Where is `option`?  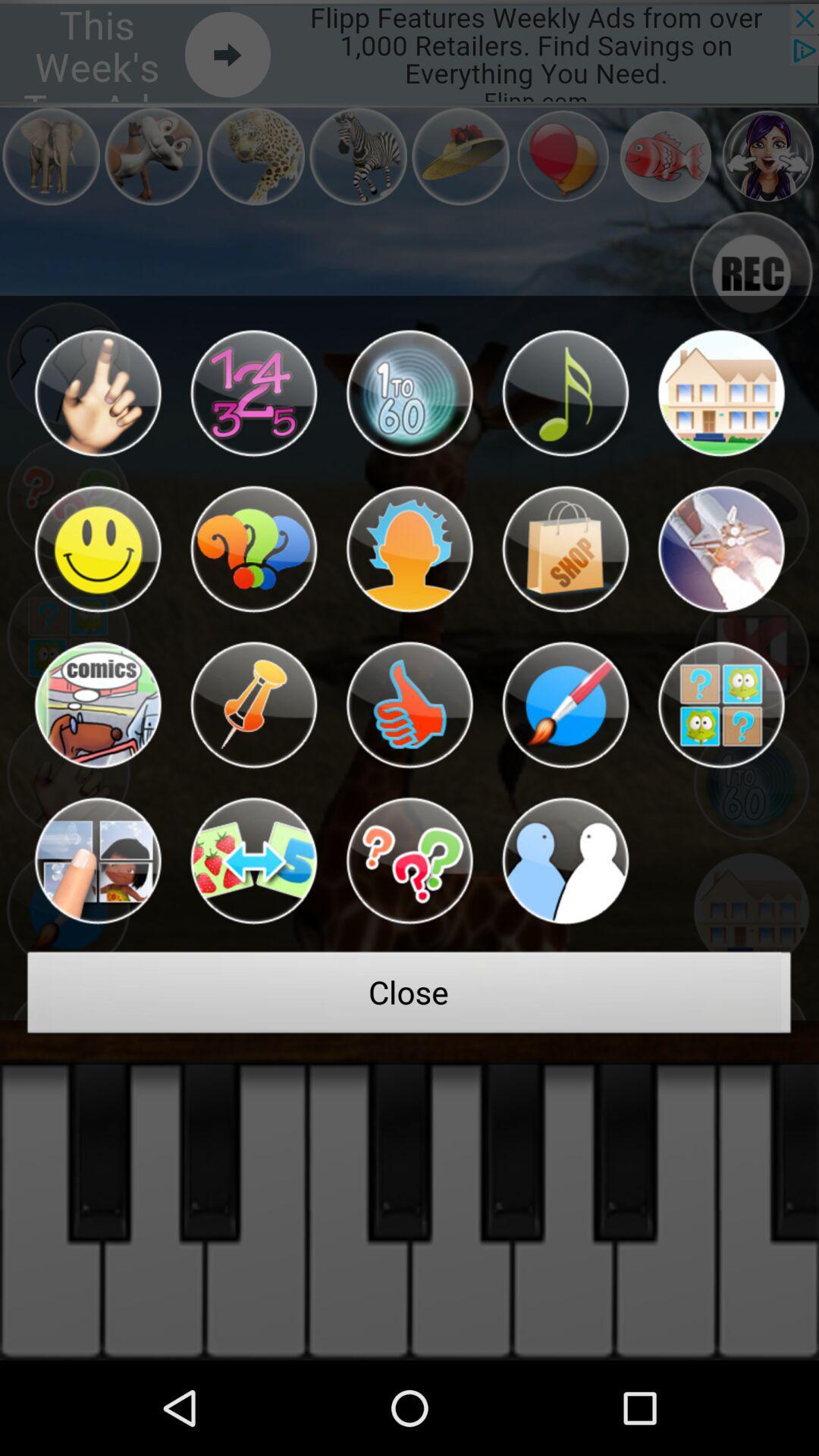
option is located at coordinates (720, 548).